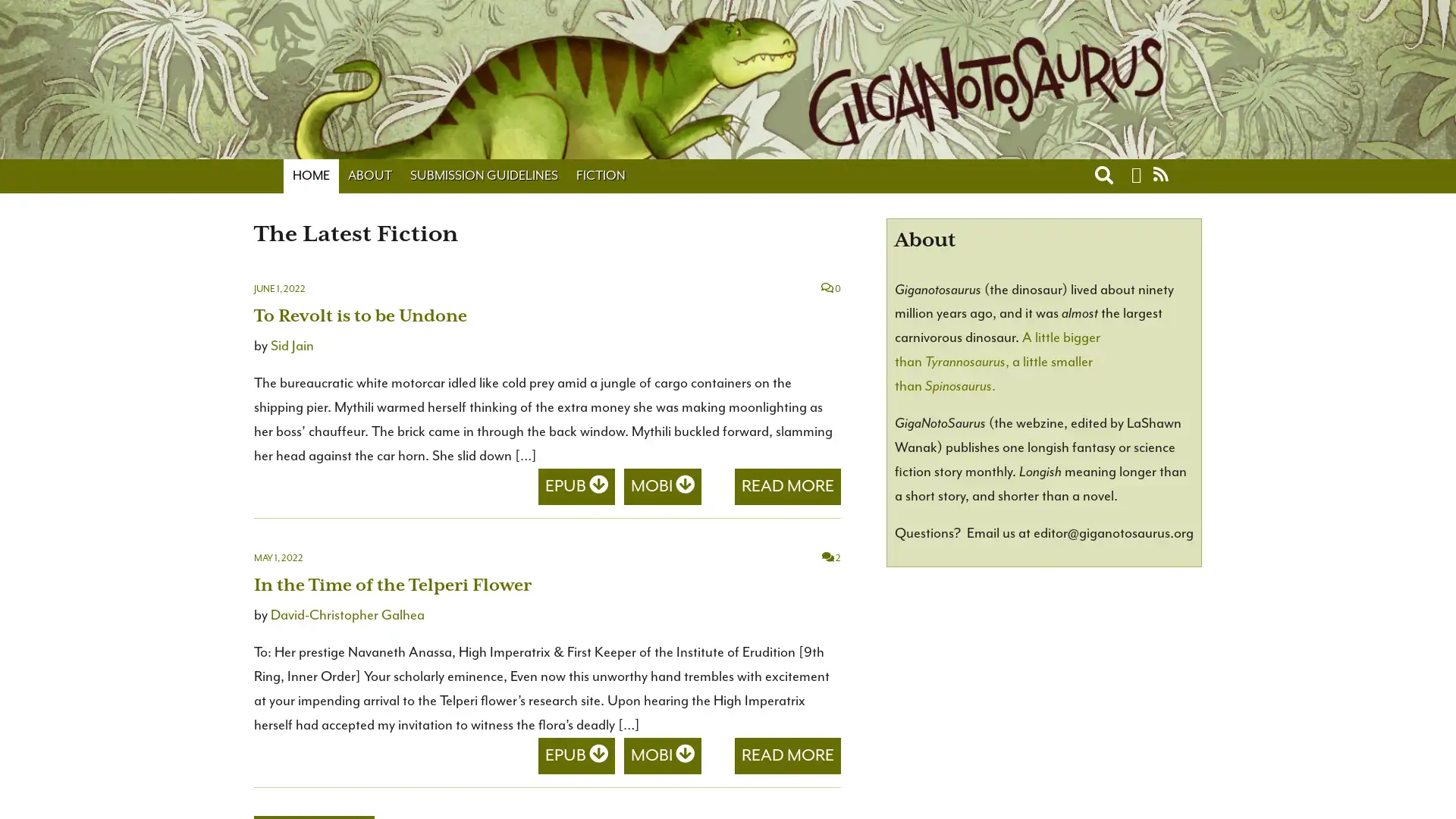 The height and width of the screenshot is (819, 1456). What do you see at coordinates (1096, 174) in the screenshot?
I see `Toggle search` at bounding box center [1096, 174].